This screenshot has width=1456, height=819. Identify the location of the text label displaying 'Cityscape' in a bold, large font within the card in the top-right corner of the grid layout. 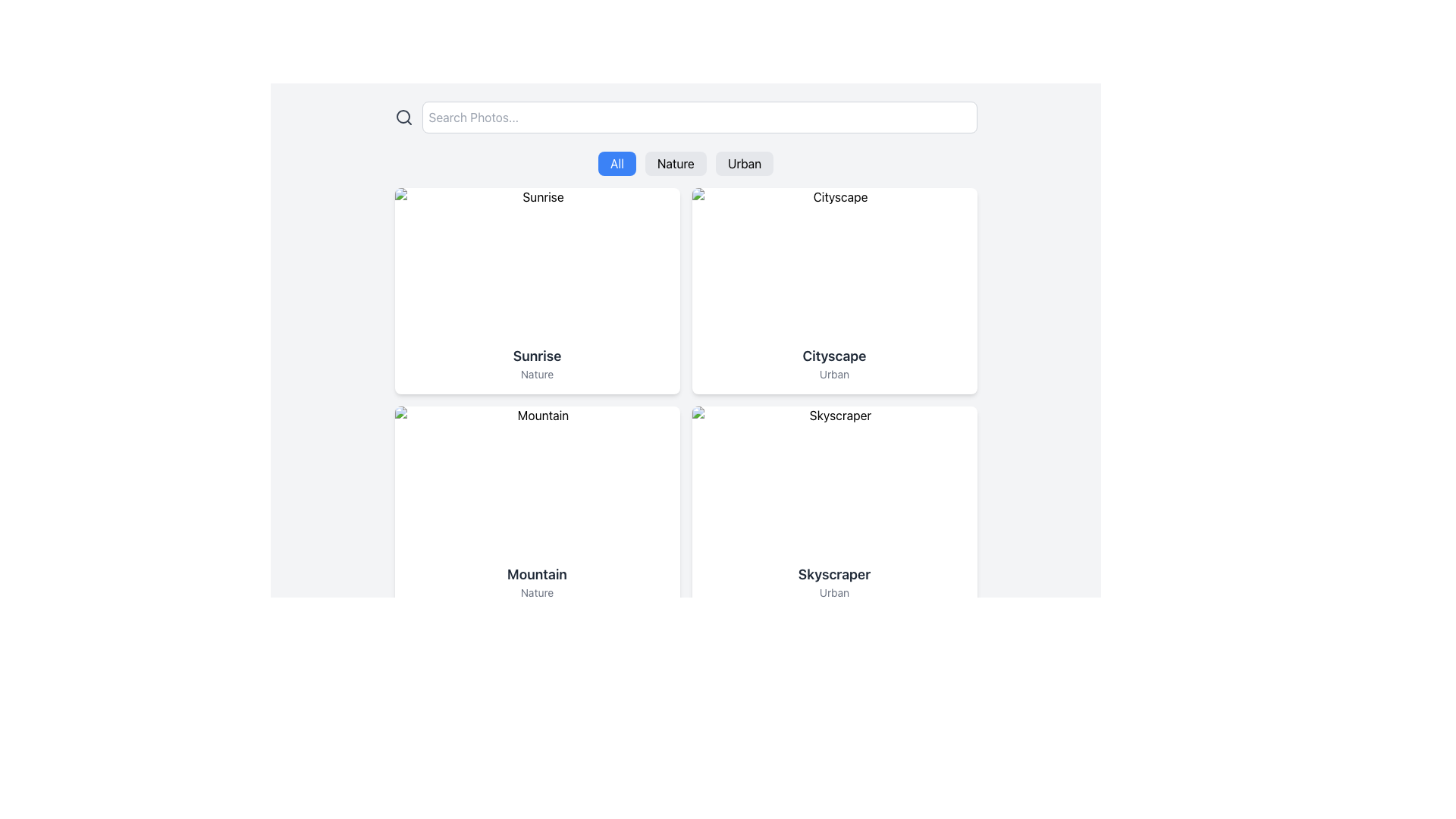
(833, 356).